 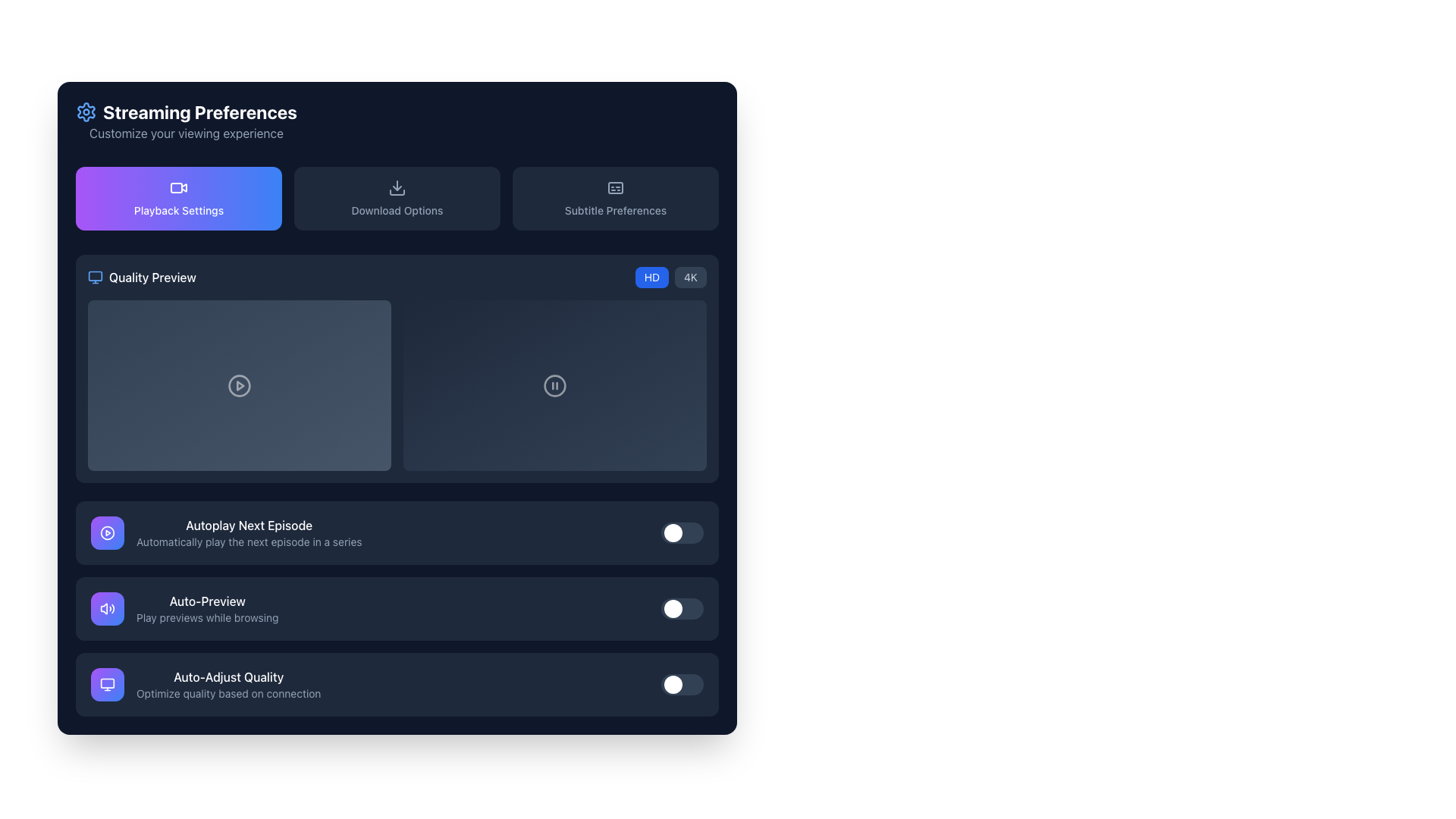 I want to click on the interactive toggle switch located centrally in the settings list, just below 'Autoplay Next Episode' and above 'Auto-Adjust Quality', so click(x=397, y=607).